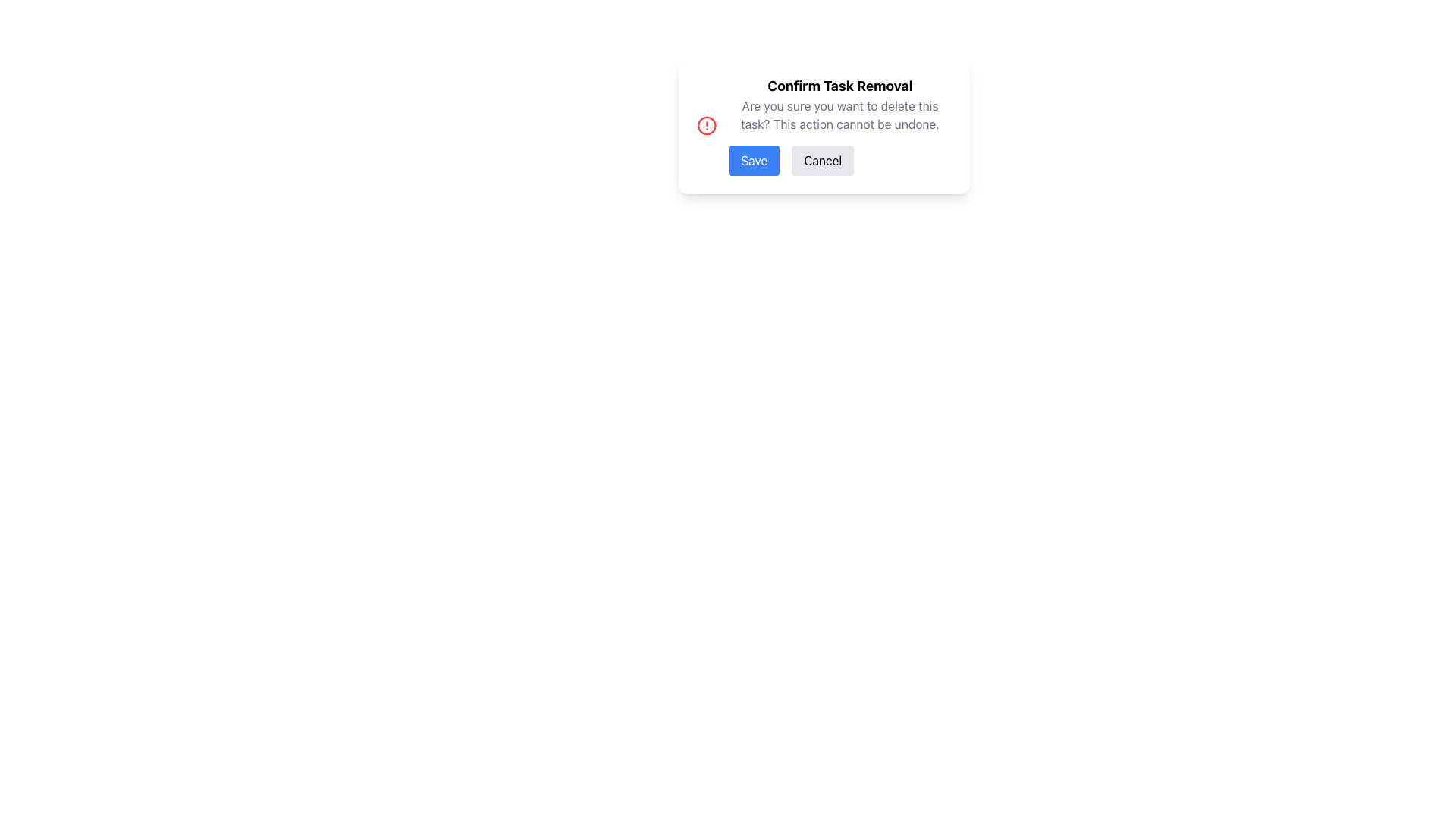  Describe the element at coordinates (839, 86) in the screenshot. I see `the title text element of the confirmation dialog box that indicates the purpose of confirming the removal of a task` at that location.